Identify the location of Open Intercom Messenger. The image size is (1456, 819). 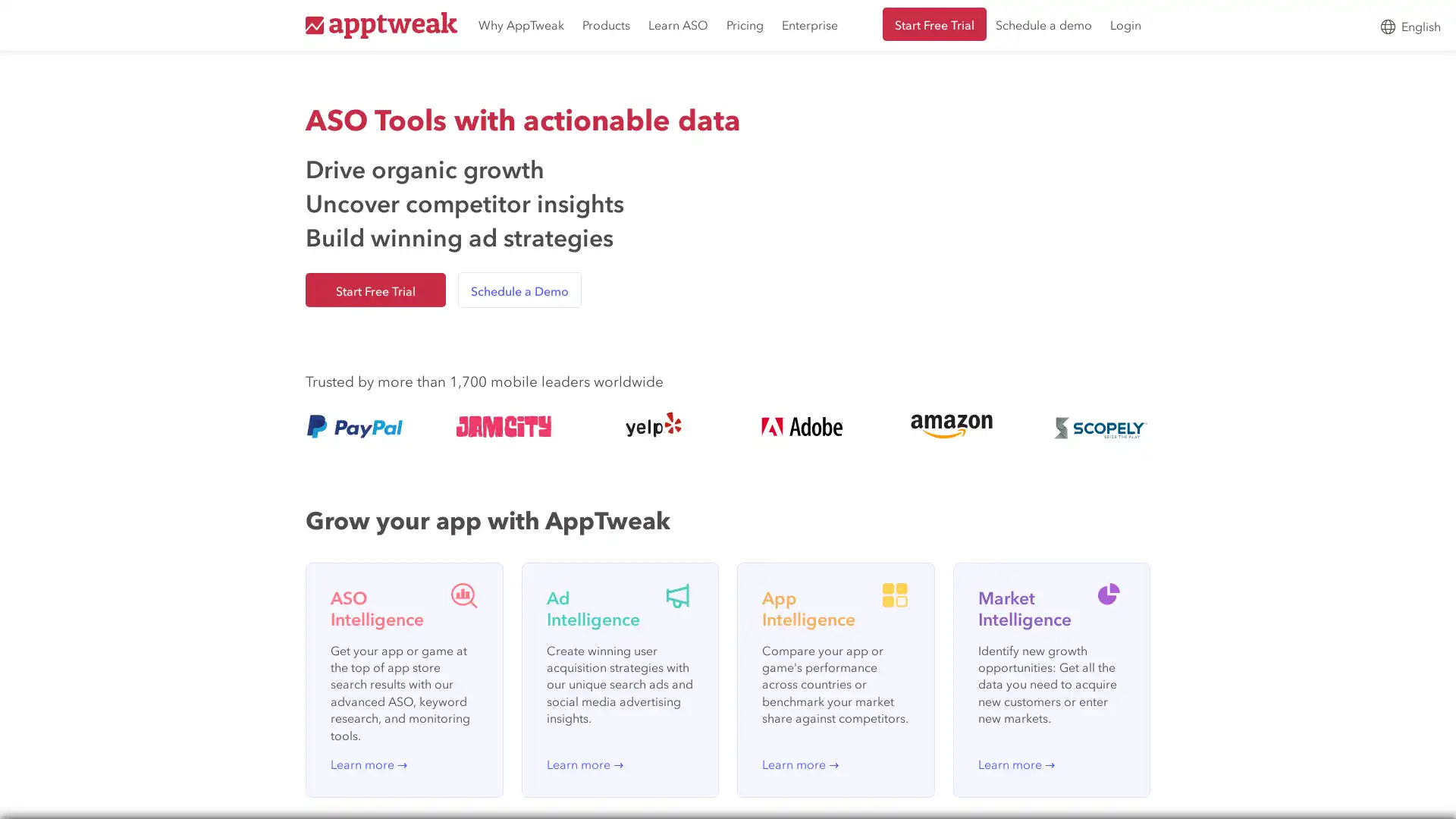
(1417, 780).